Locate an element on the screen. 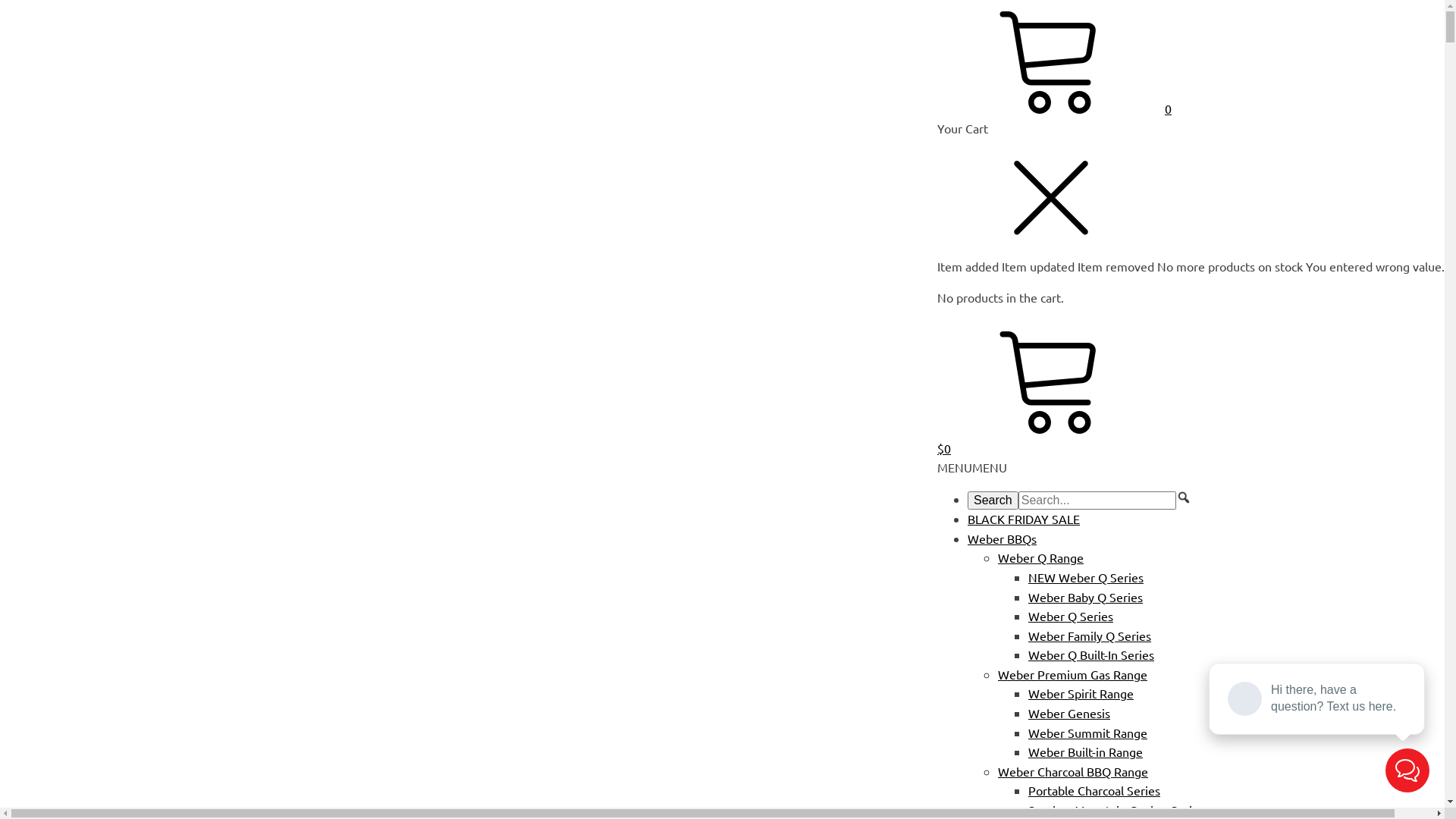  'Weber Premium Gas Range' is located at coordinates (1072, 673).